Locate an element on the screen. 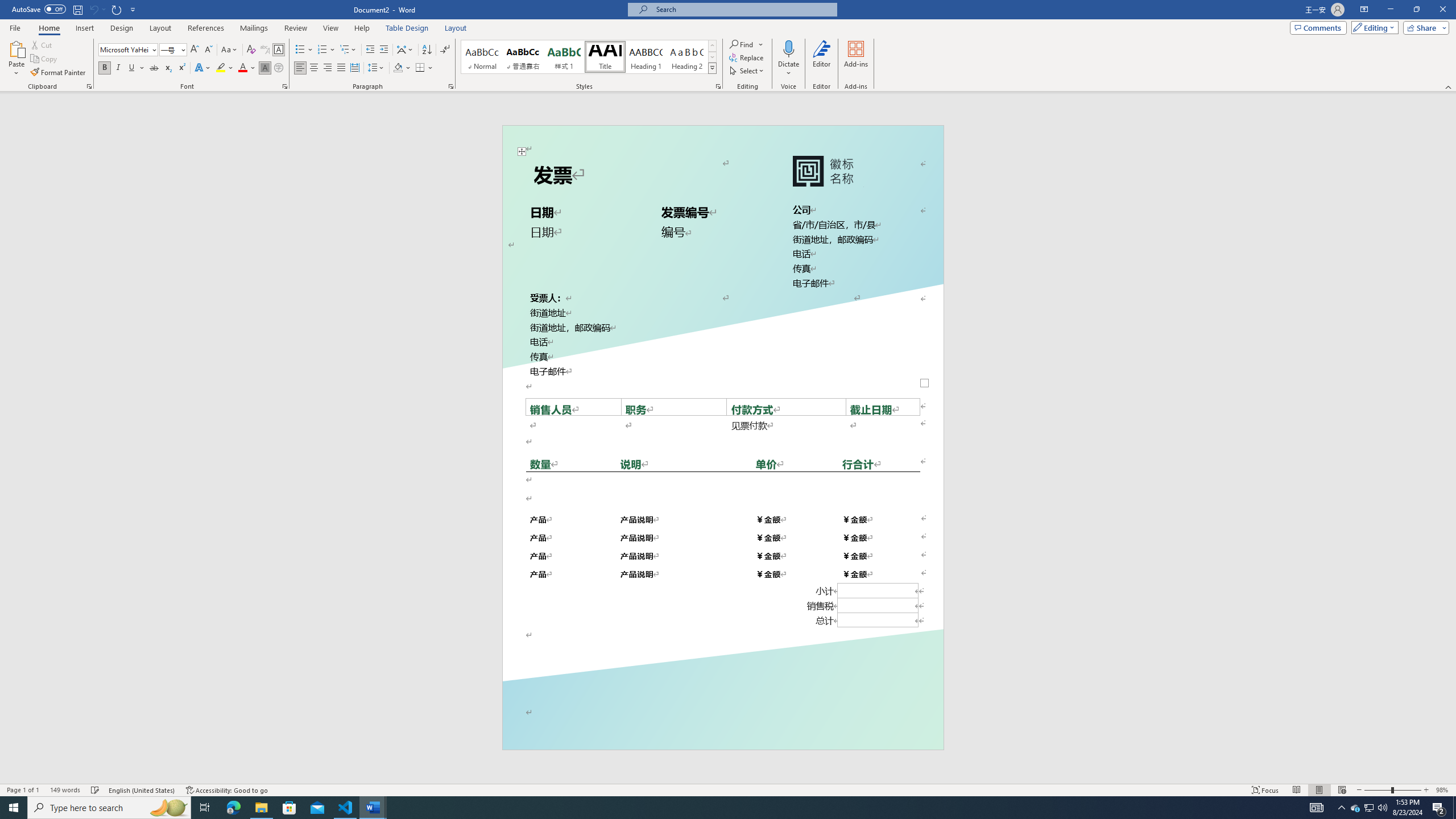 This screenshot has height=819, width=1456. 'Align Right' is located at coordinates (327, 67).